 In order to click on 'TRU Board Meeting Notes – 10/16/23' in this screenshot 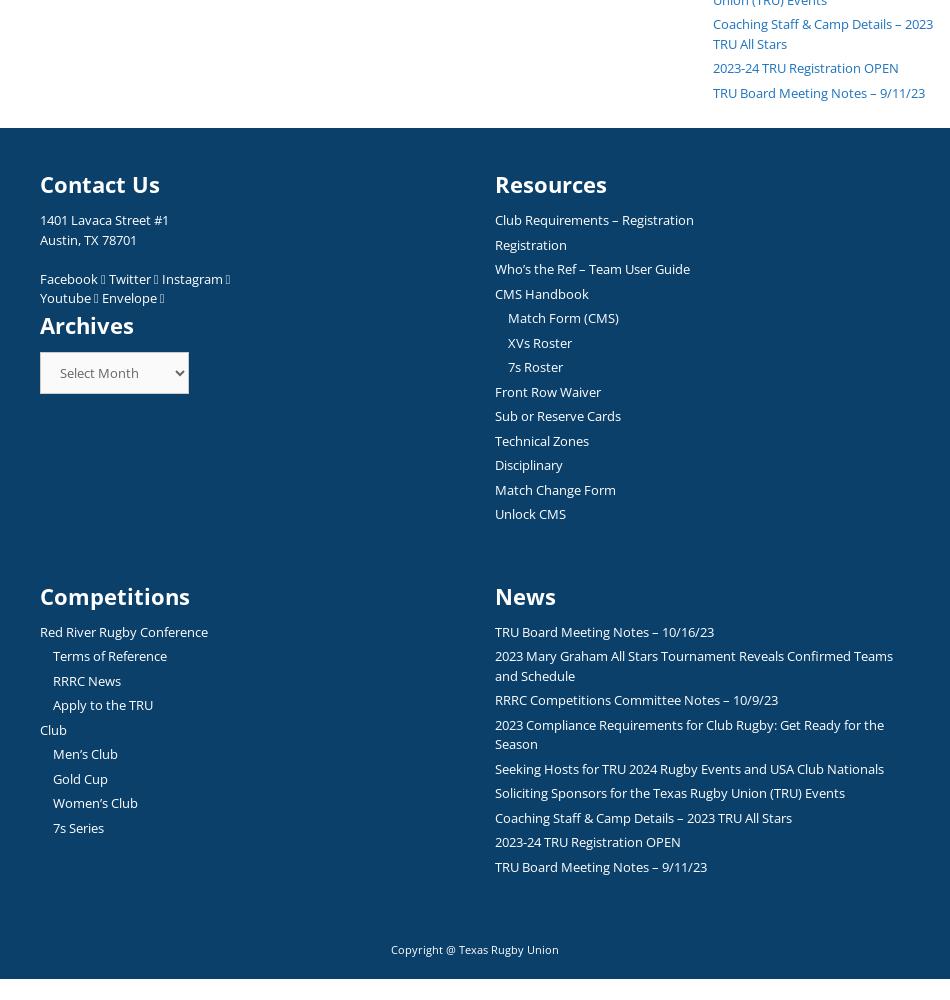, I will do `click(604, 631)`.